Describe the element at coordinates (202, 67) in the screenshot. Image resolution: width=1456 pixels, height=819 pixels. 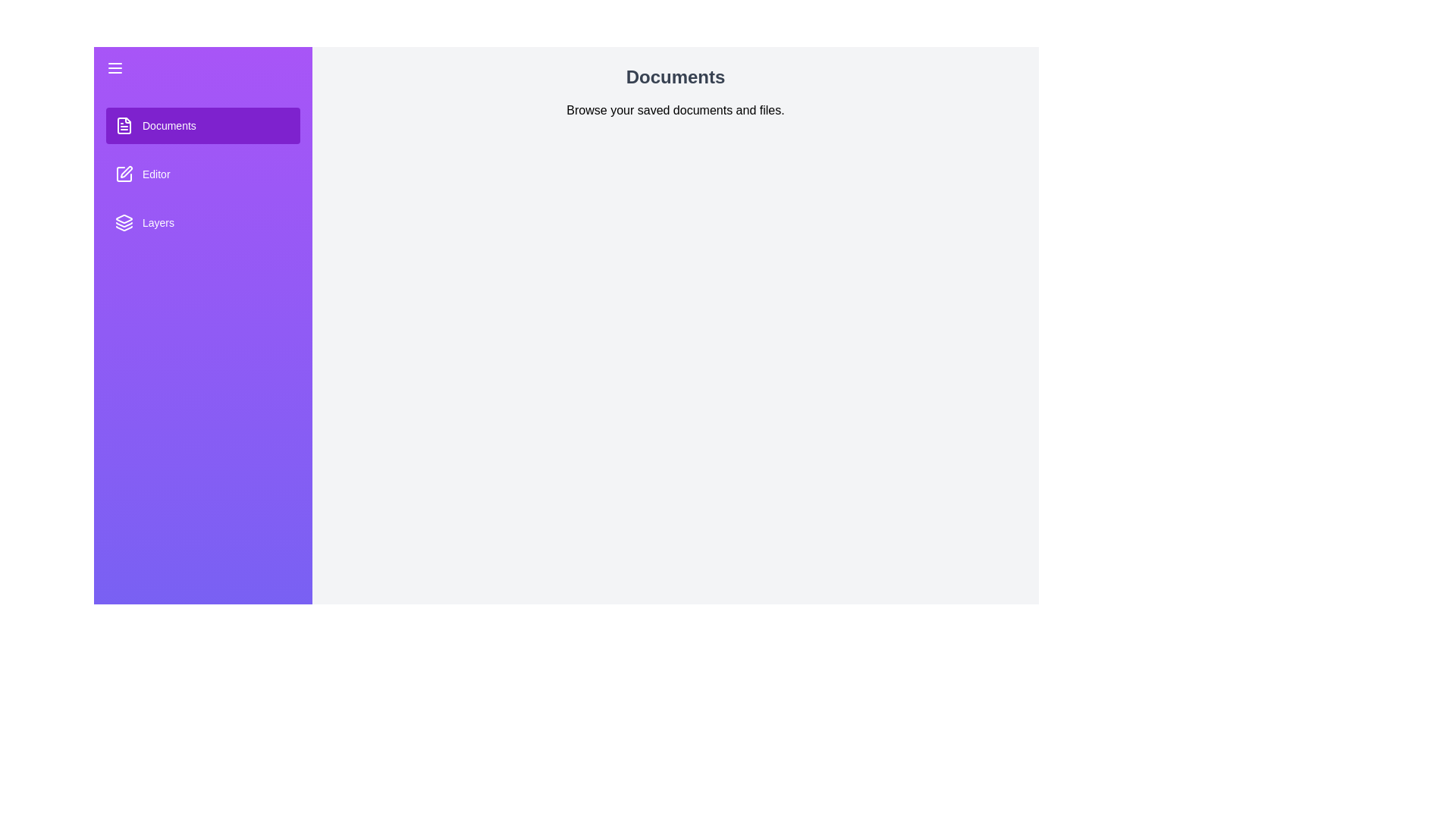
I see `toggle button to change the drawer state` at that location.